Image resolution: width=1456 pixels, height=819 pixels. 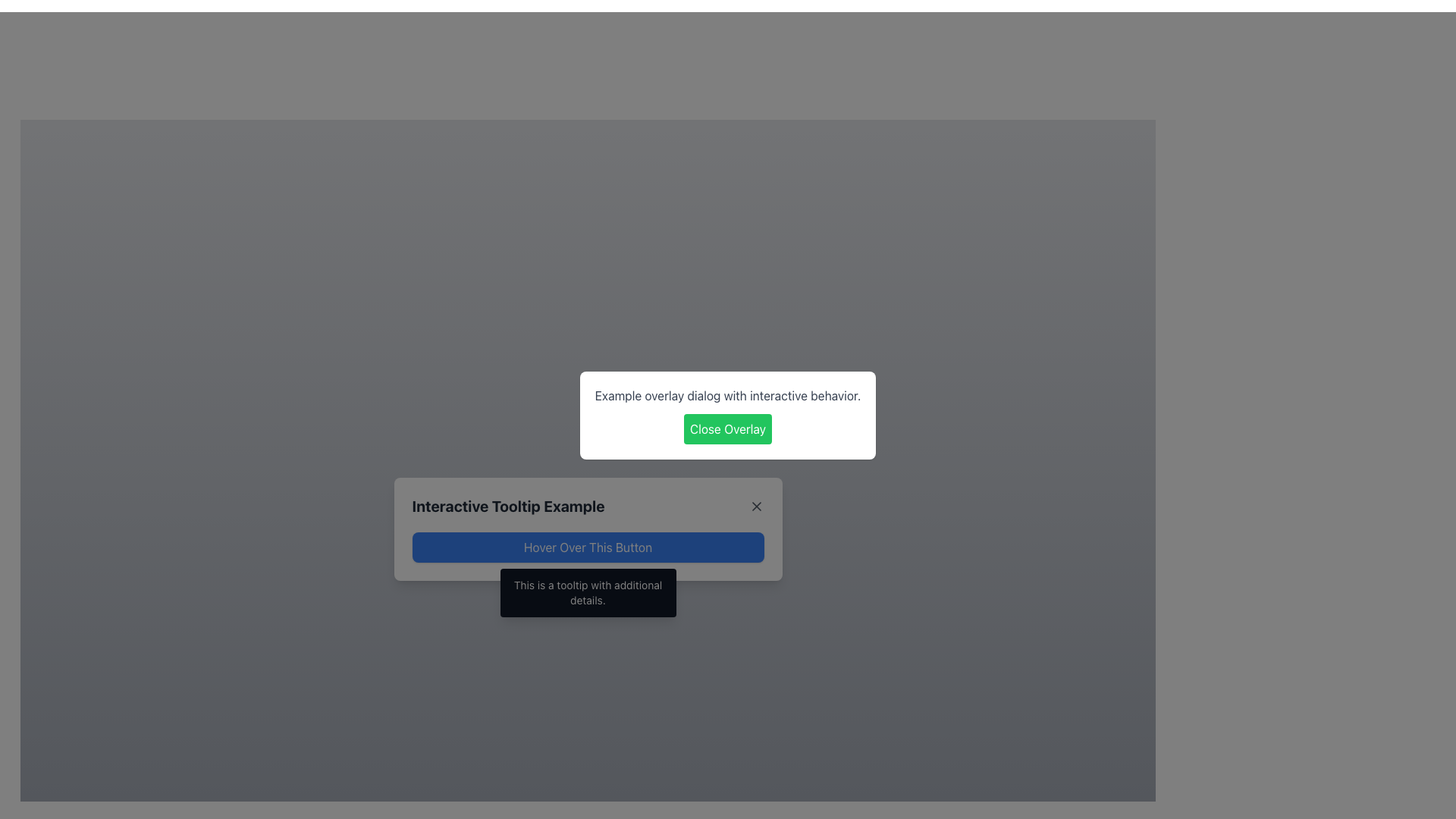 I want to click on the 'X' icon, so click(x=756, y=506).